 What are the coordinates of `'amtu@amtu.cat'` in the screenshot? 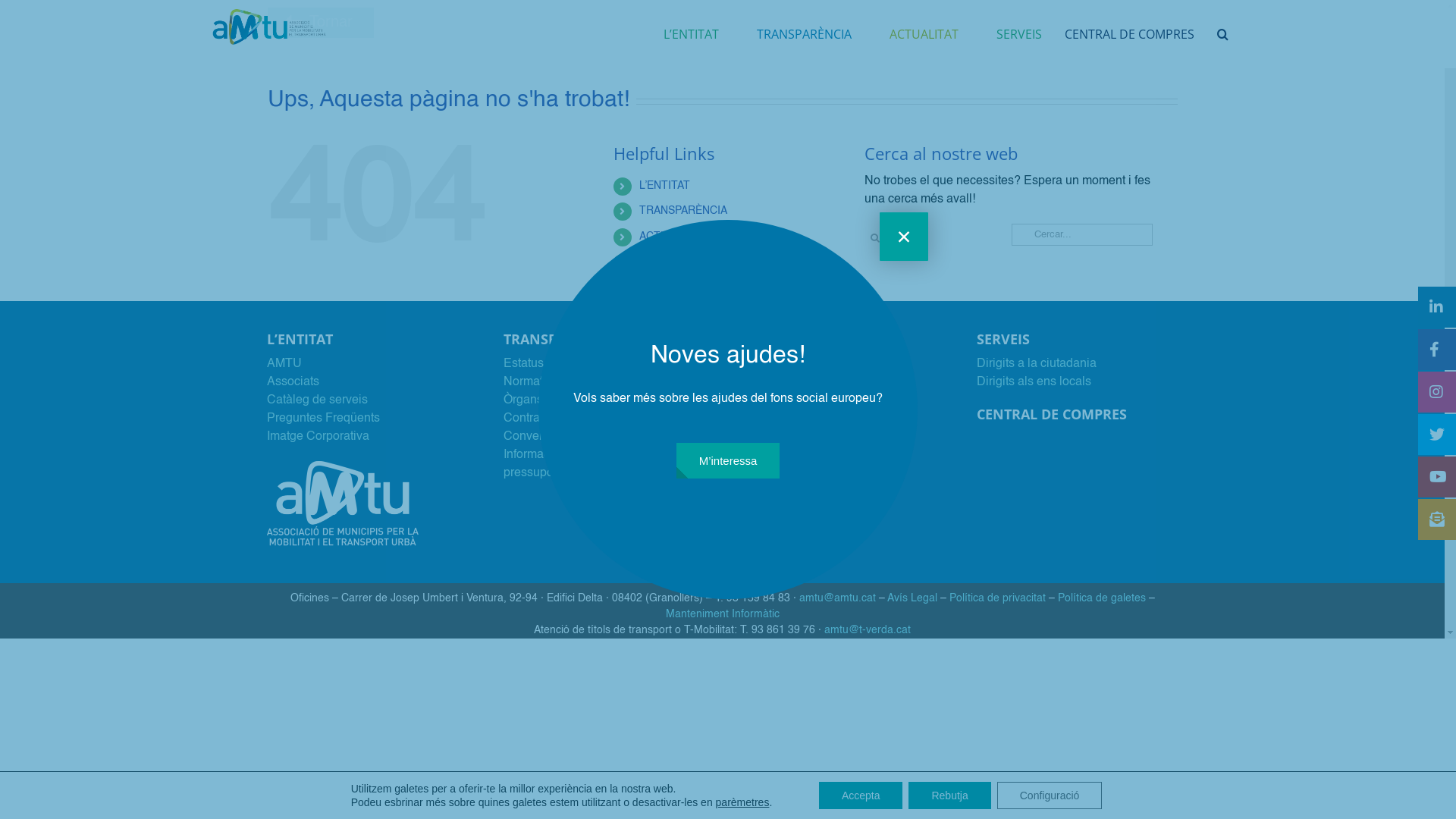 It's located at (836, 598).